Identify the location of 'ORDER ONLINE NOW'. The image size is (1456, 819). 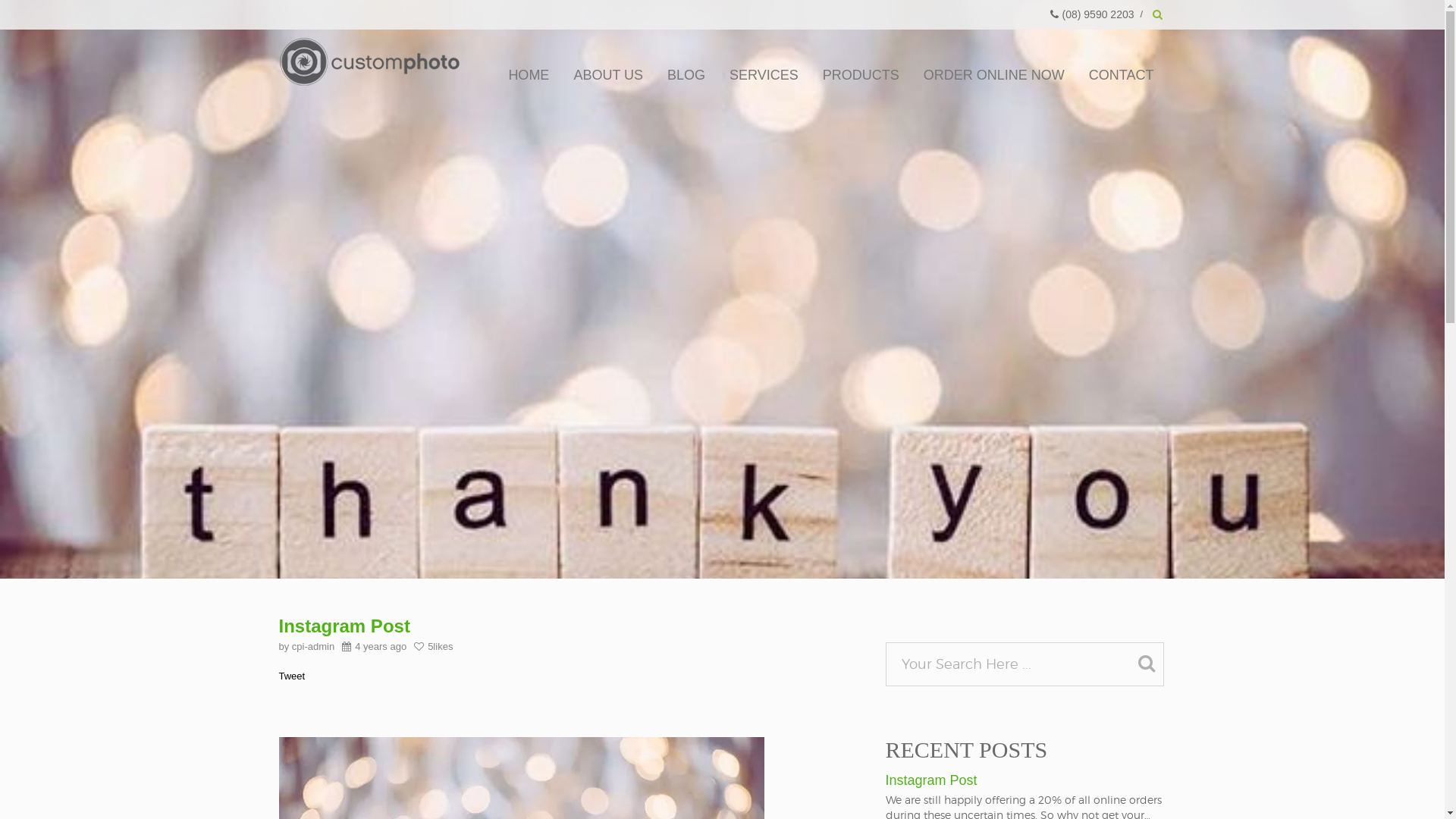
(993, 75).